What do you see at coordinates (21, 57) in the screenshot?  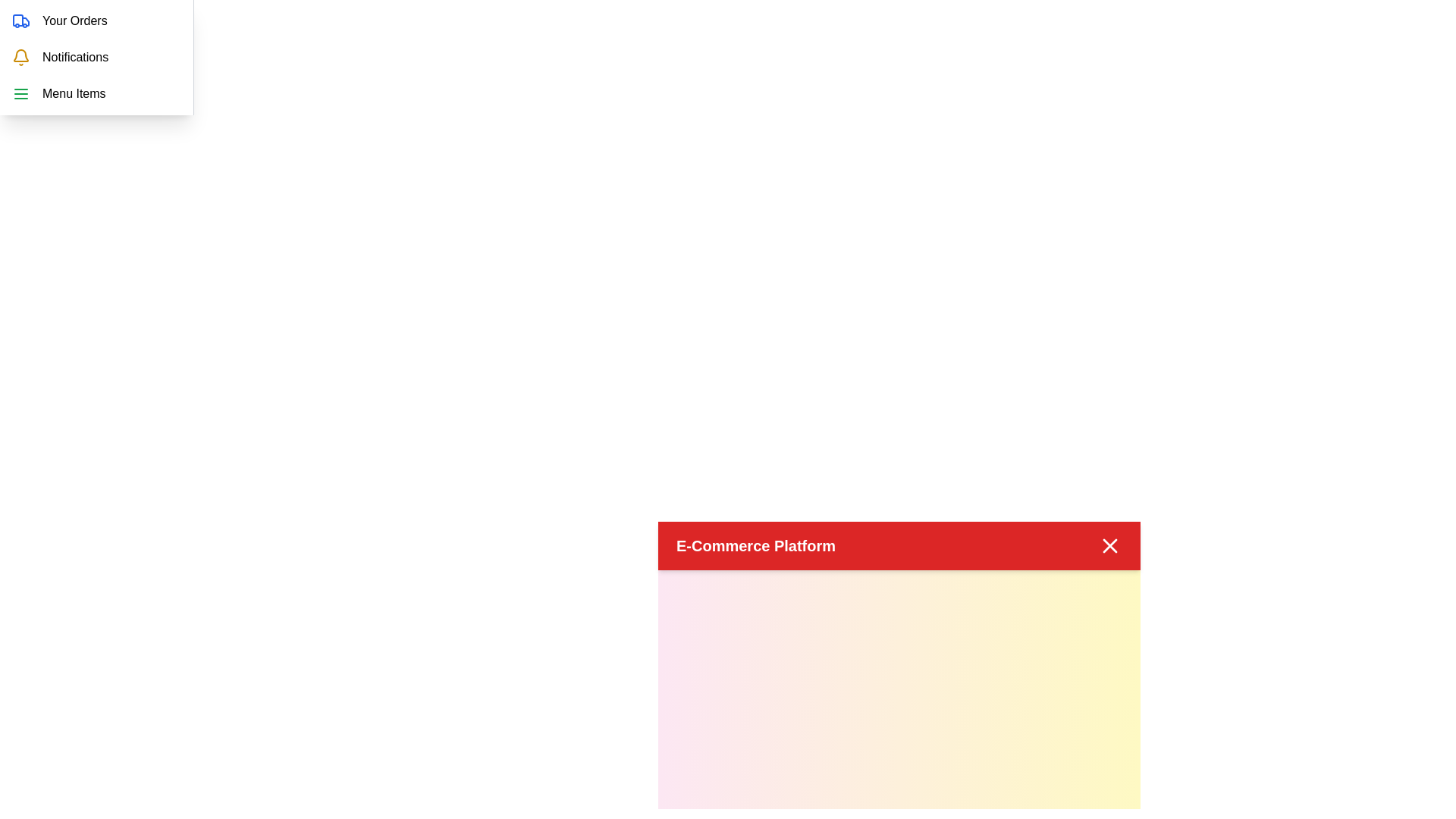 I see `the yellow bell-shaped notification icon located next to the 'Notifications' label to interact with it` at bounding box center [21, 57].